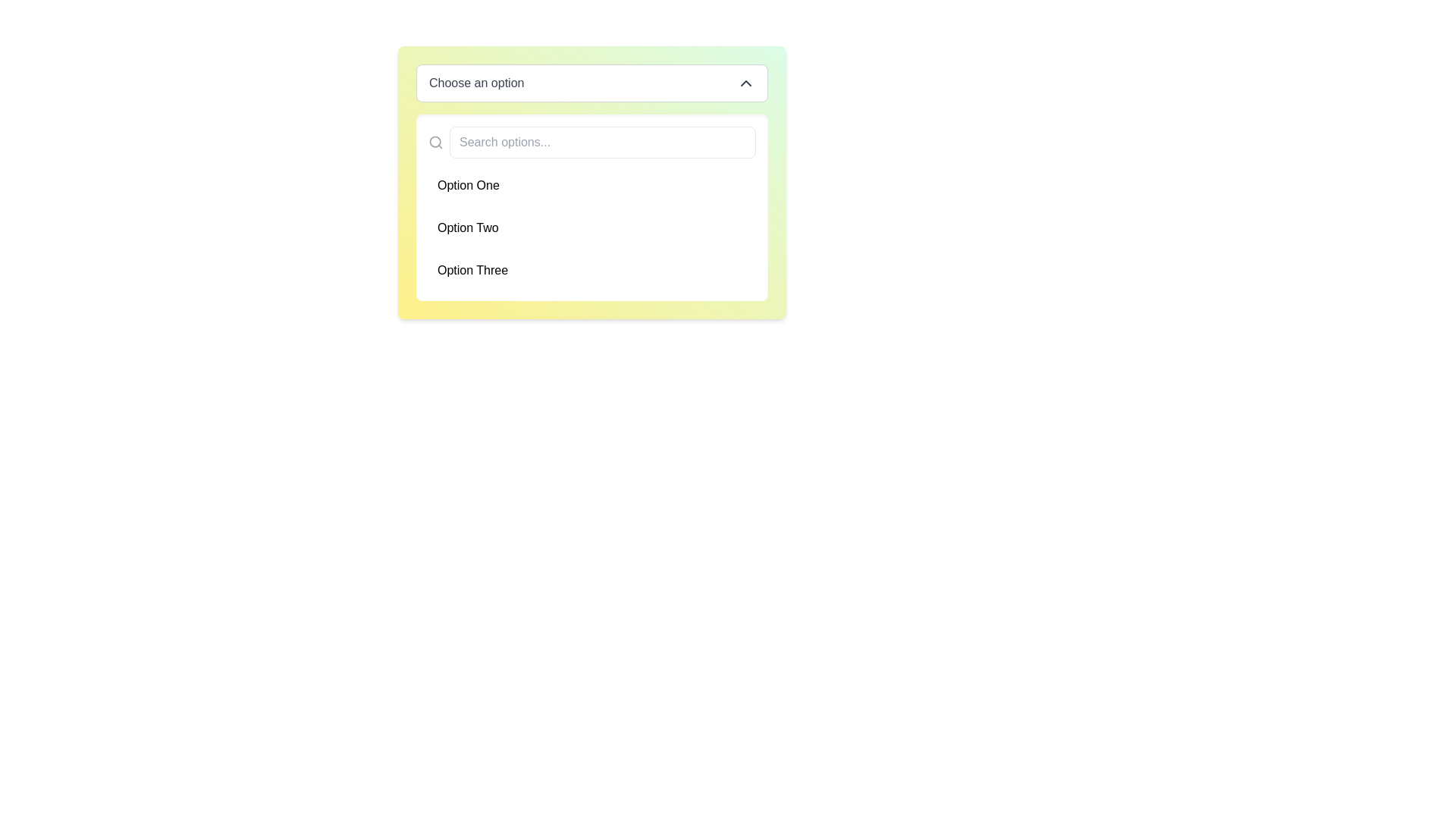  Describe the element at coordinates (472, 270) in the screenshot. I see `the text item displaying 'Option Three' in the dropdown menu` at that location.